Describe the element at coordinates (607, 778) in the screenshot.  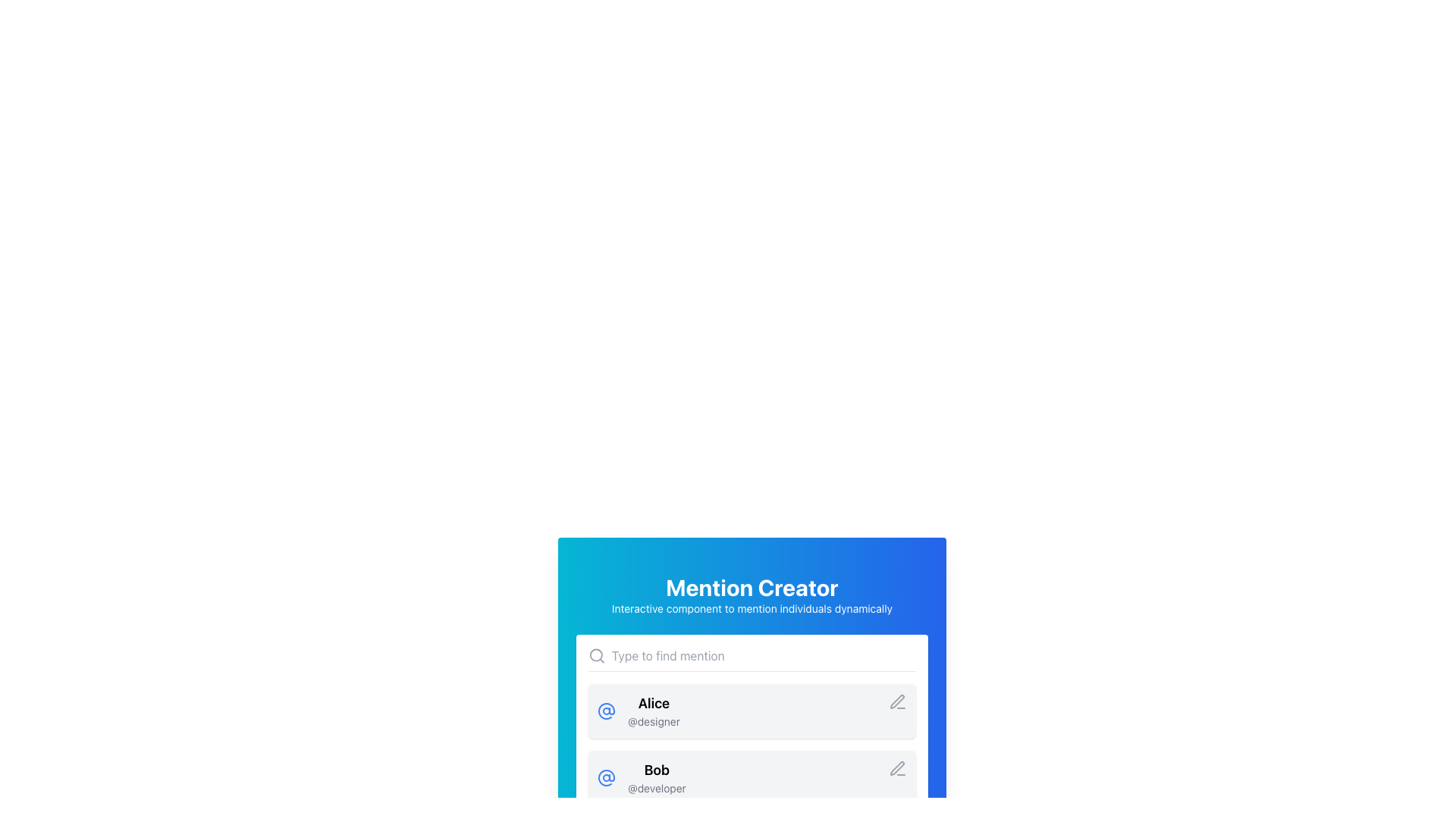
I see `the blue '@' symbol icon representing a mention or email address, located to the left of the text 'Bob@developer'` at that location.